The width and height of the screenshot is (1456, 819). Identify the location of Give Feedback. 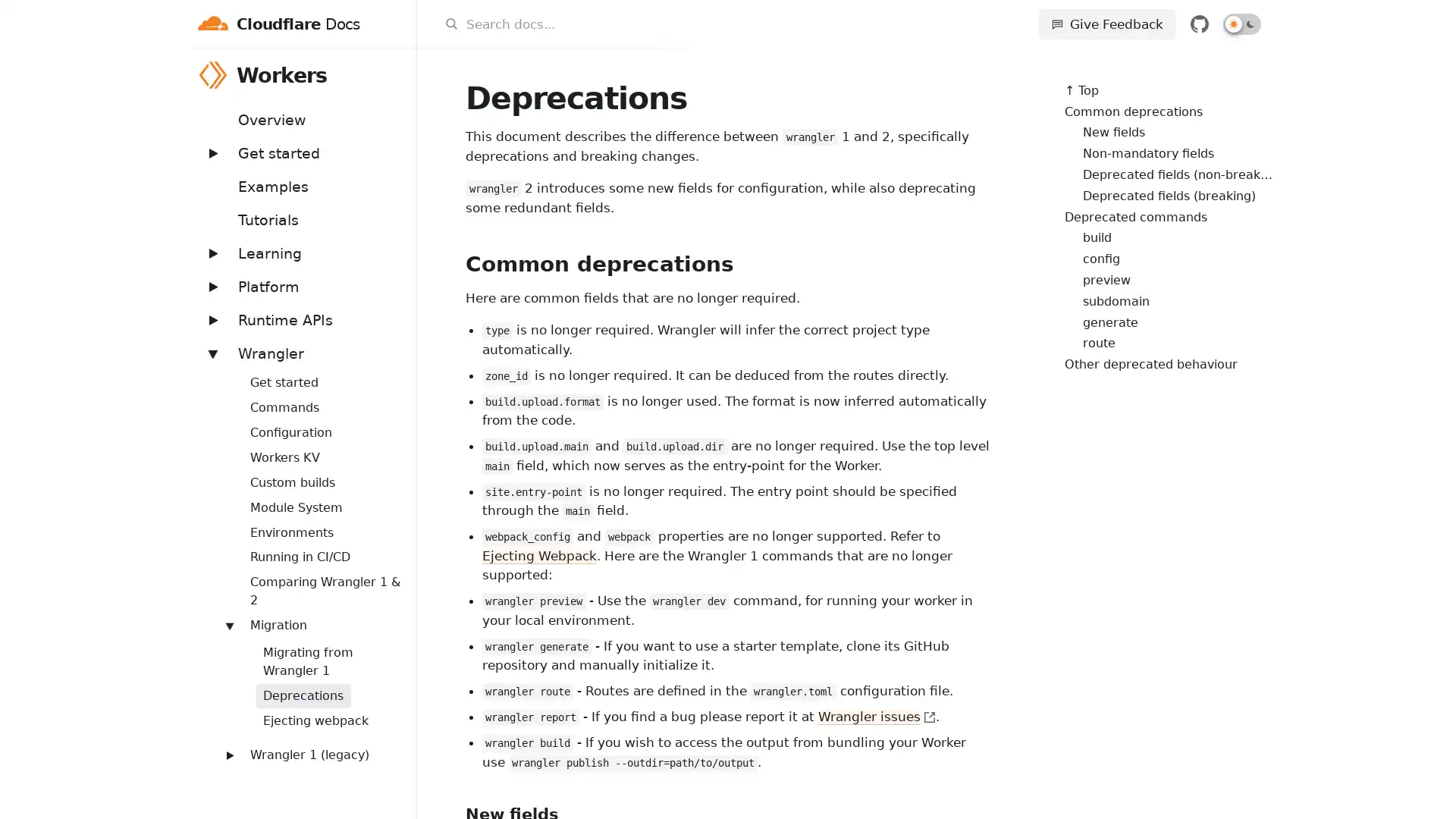
(1106, 24).